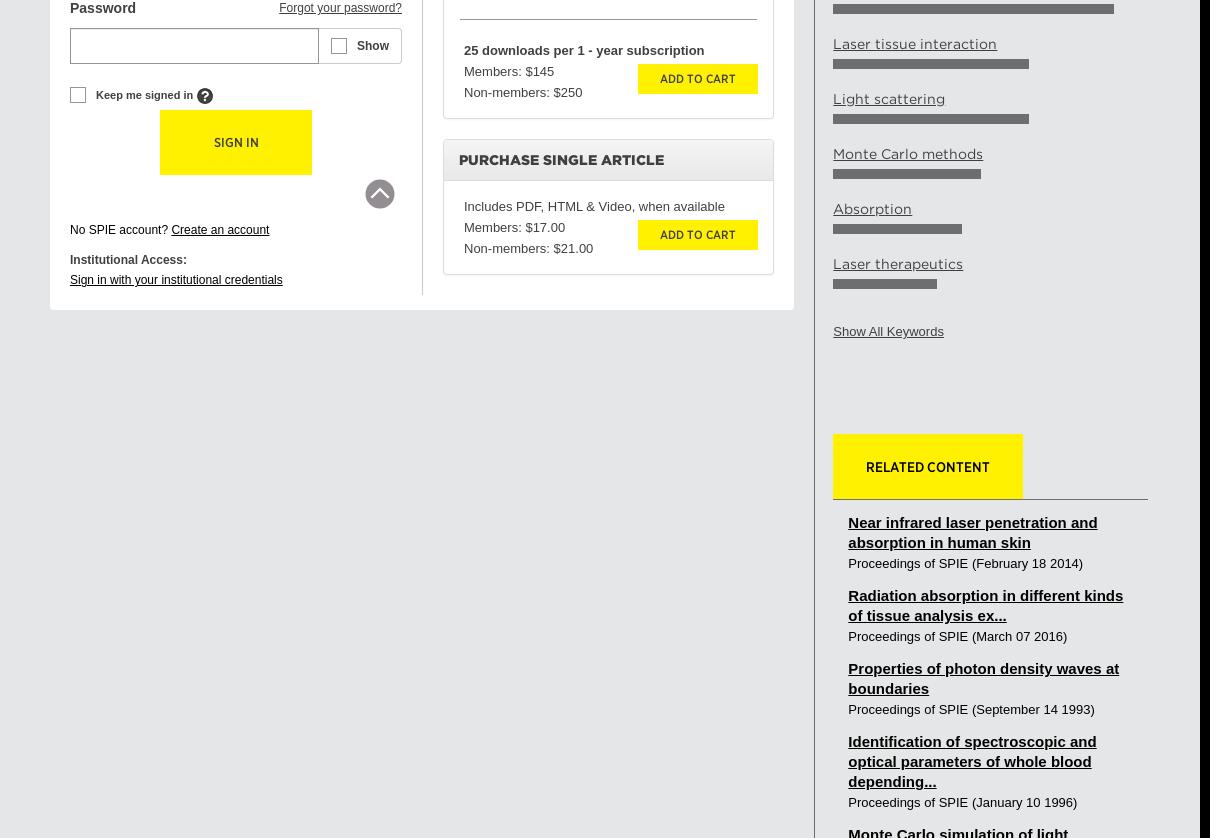 Image resolution: width=1210 pixels, height=838 pixels. What do you see at coordinates (906, 154) in the screenshot?
I see `'Monte Carlo methods'` at bounding box center [906, 154].